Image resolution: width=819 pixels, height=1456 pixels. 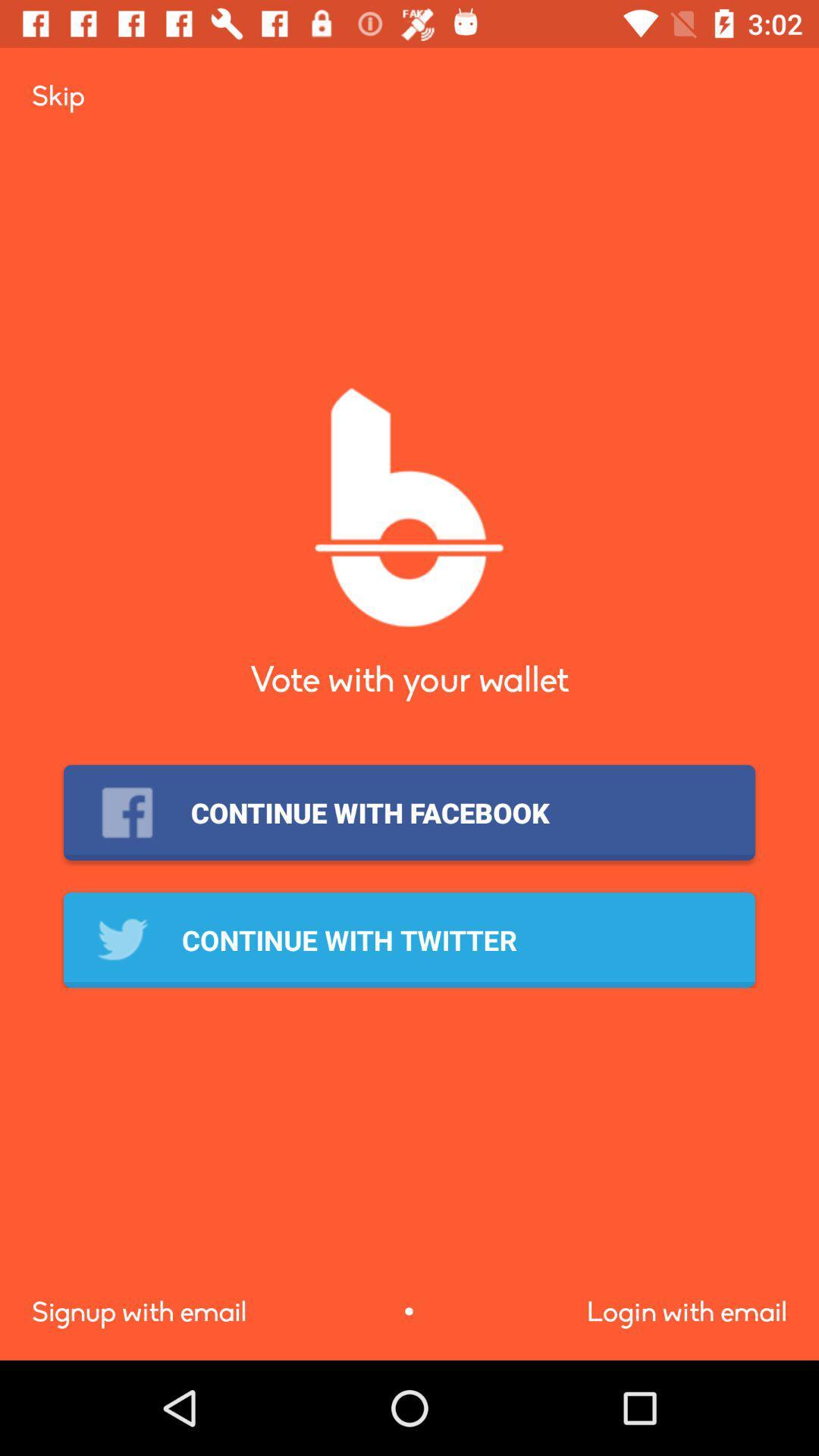 I want to click on the skip icon, so click(x=57, y=95).